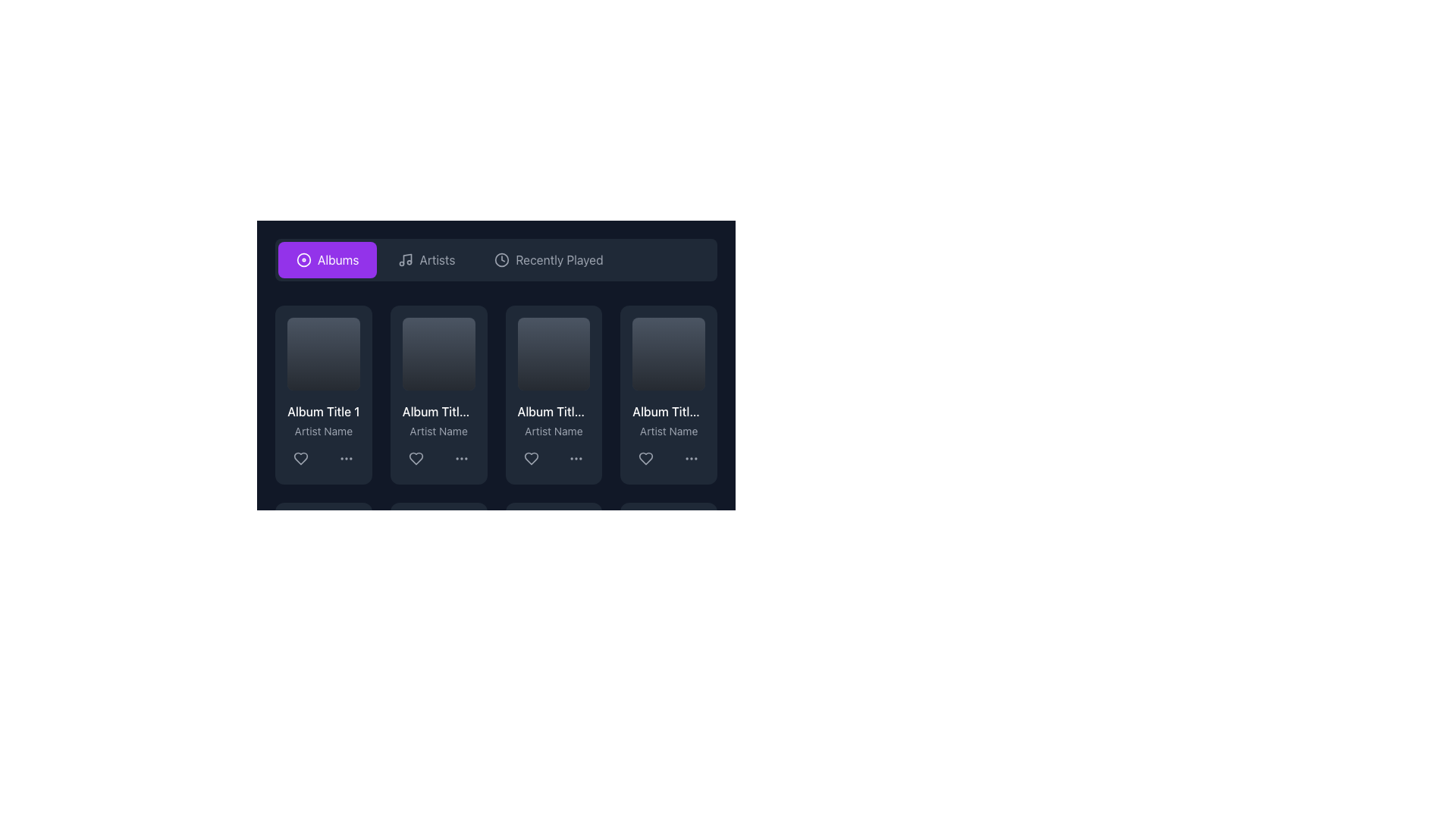 The image size is (1456, 819). Describe the element at coordinates (531, 457) in the screenshot. I see `the heart icon in the circular button located at the bottom of the third card in the album collection` at that location.